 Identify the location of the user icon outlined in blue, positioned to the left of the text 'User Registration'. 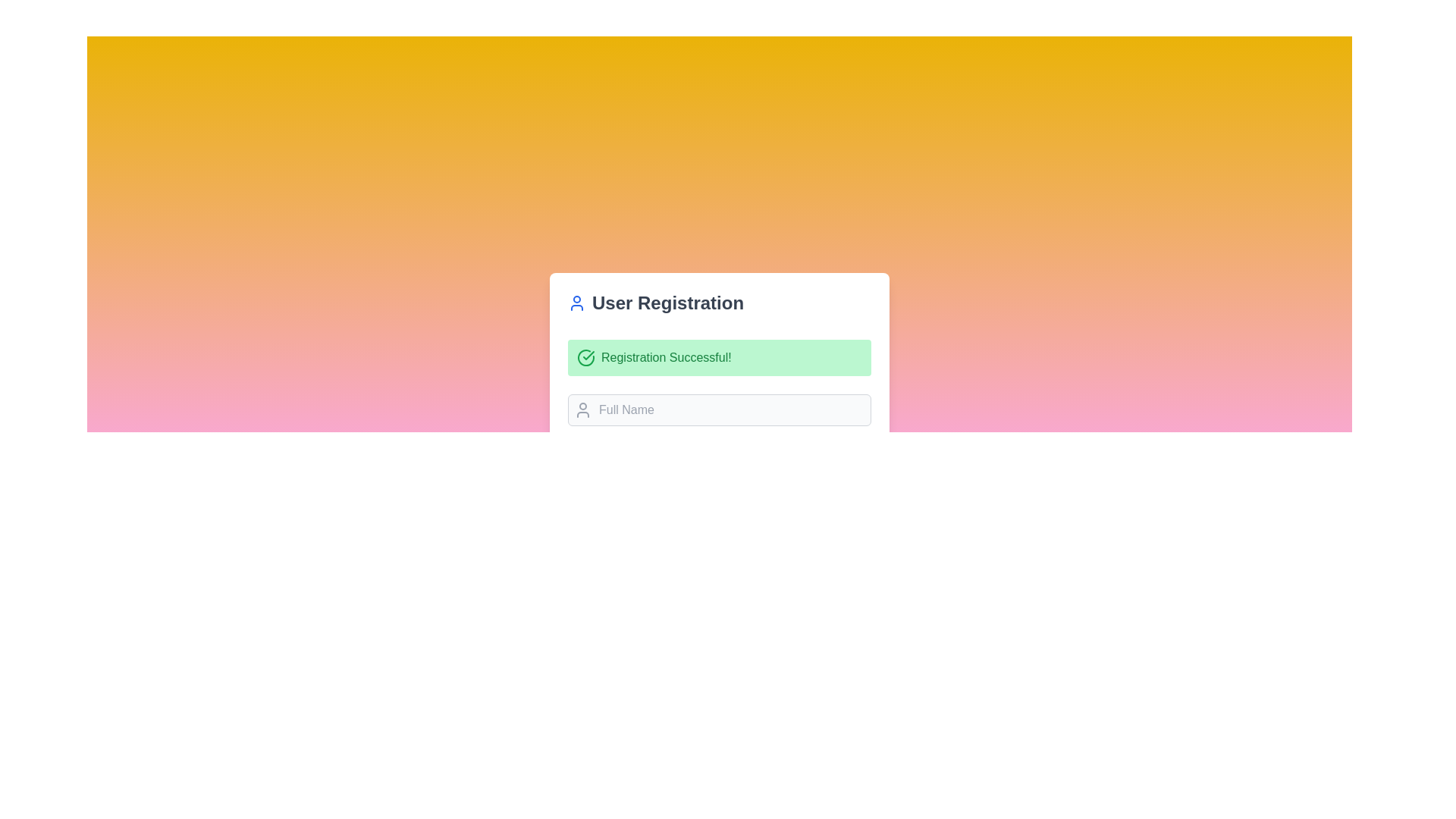
(576, 303).